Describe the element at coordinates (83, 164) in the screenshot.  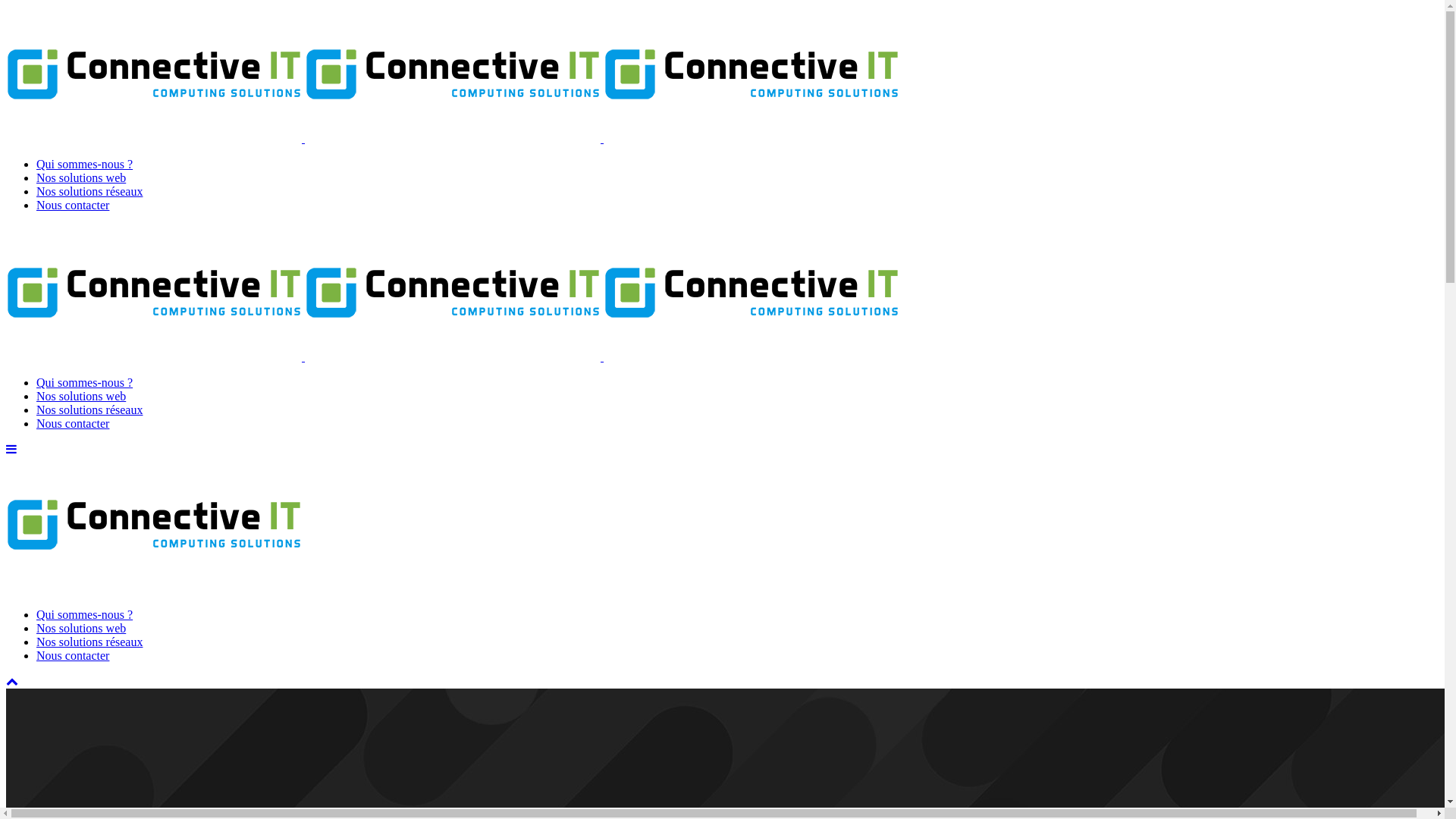
I see `'Qui sommes-nous ?'` at that location.